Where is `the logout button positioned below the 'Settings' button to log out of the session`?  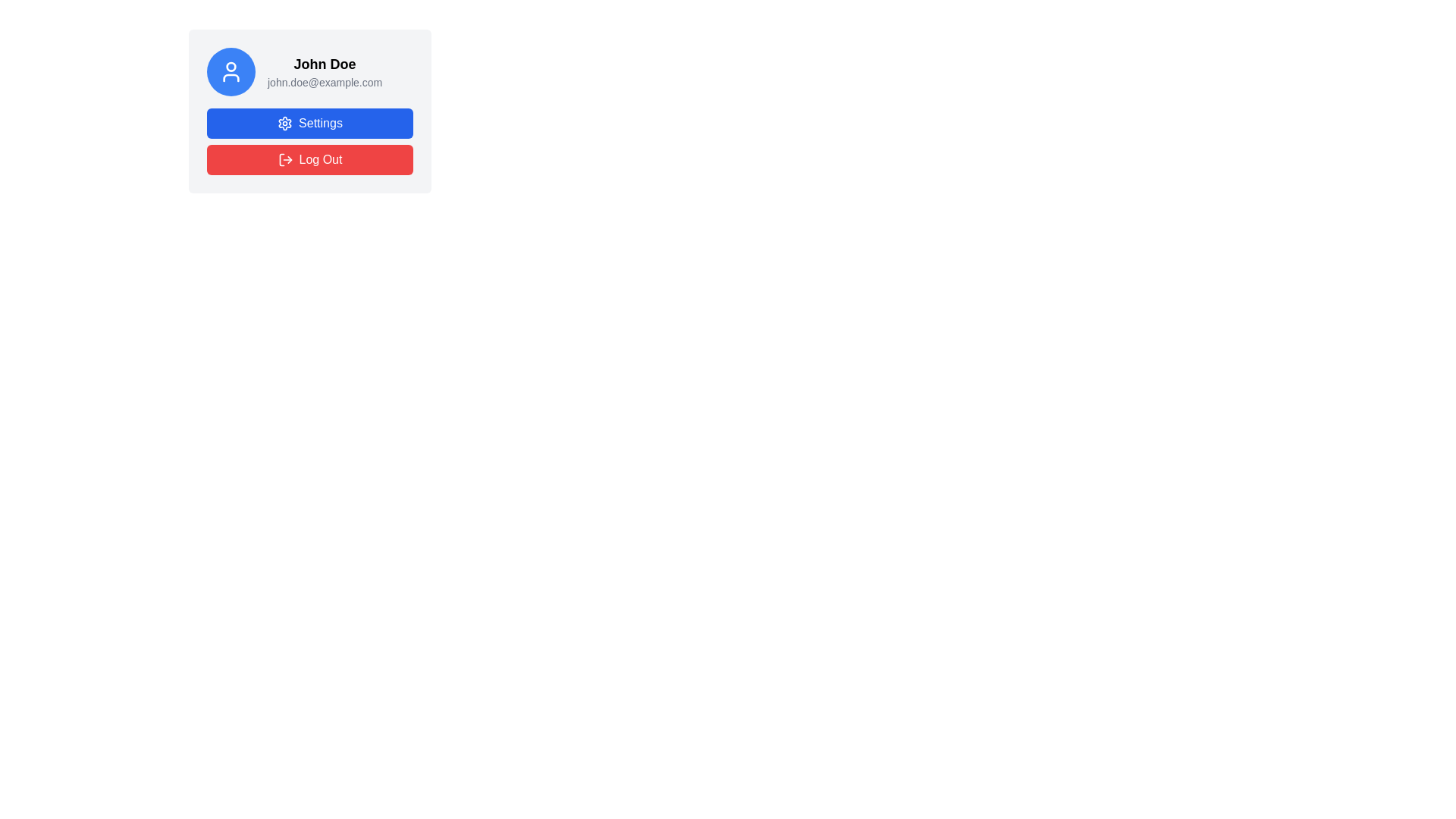
the logout button positioned below the 'Settings' button to log out of the session is located at coordinates (309, 160).